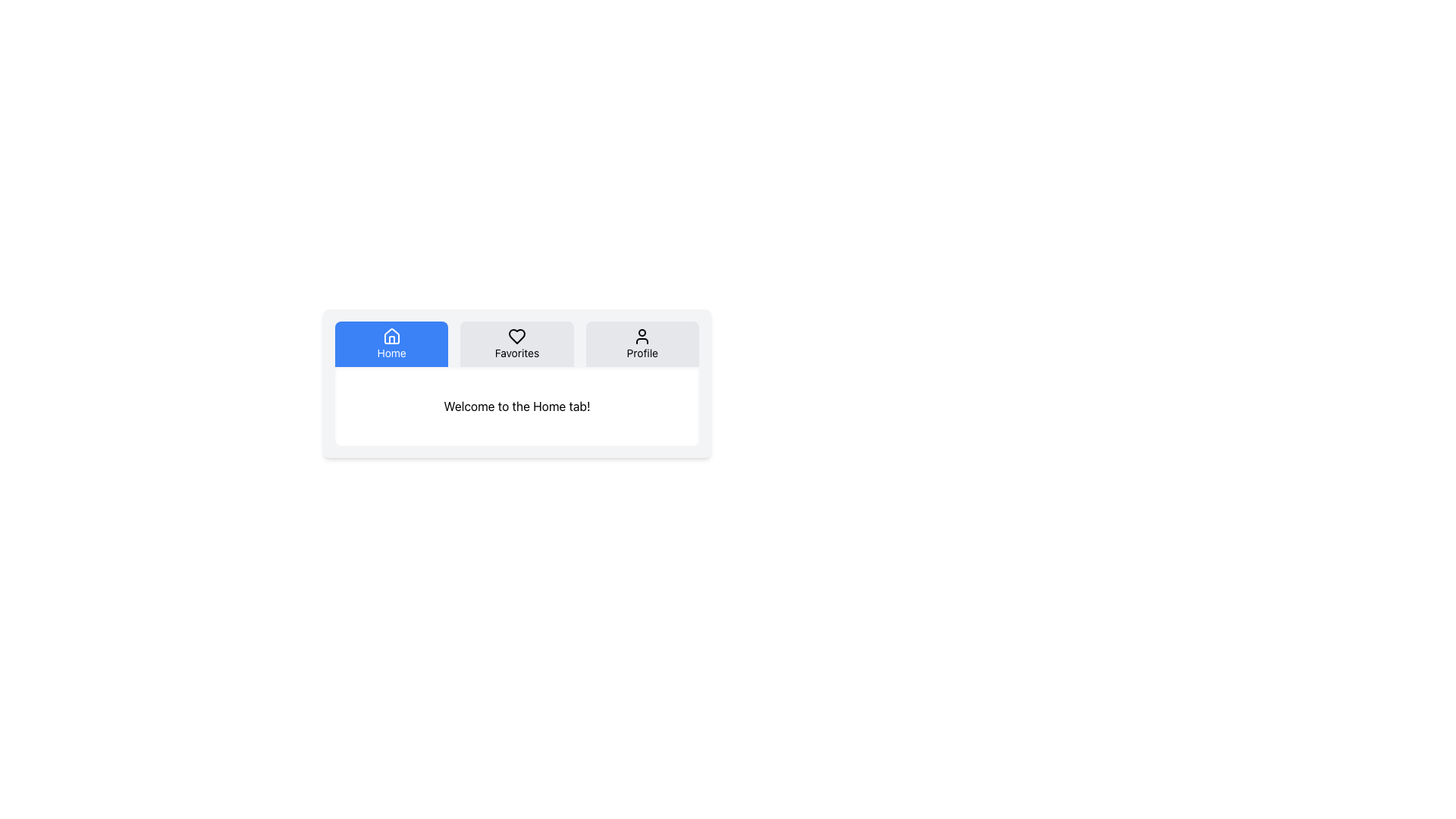 The height and width of the screenshot is (819, 1456). What do you see at coordinates (516, 406) in the screenshot?
I see `the static informational text area that displays 'Welcome to the Home tab!' with rounded bottom corners and a subtle shadow effect` at bounding box center [516, 406].